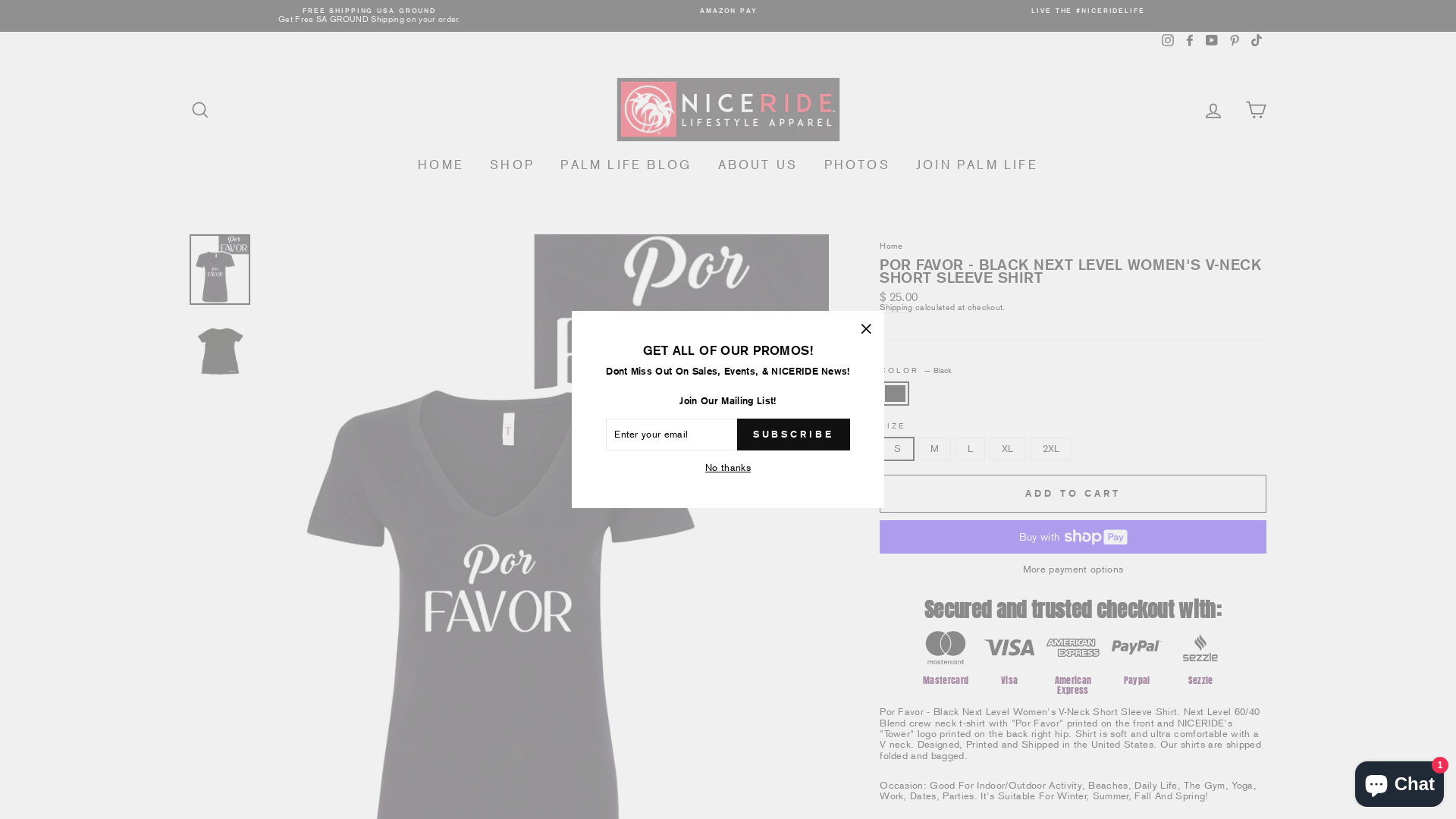  What do you see at coordinates (1072, 494) in the screenshot?
I see `'ADD TO CART'` at bounding box center [1072, 494].